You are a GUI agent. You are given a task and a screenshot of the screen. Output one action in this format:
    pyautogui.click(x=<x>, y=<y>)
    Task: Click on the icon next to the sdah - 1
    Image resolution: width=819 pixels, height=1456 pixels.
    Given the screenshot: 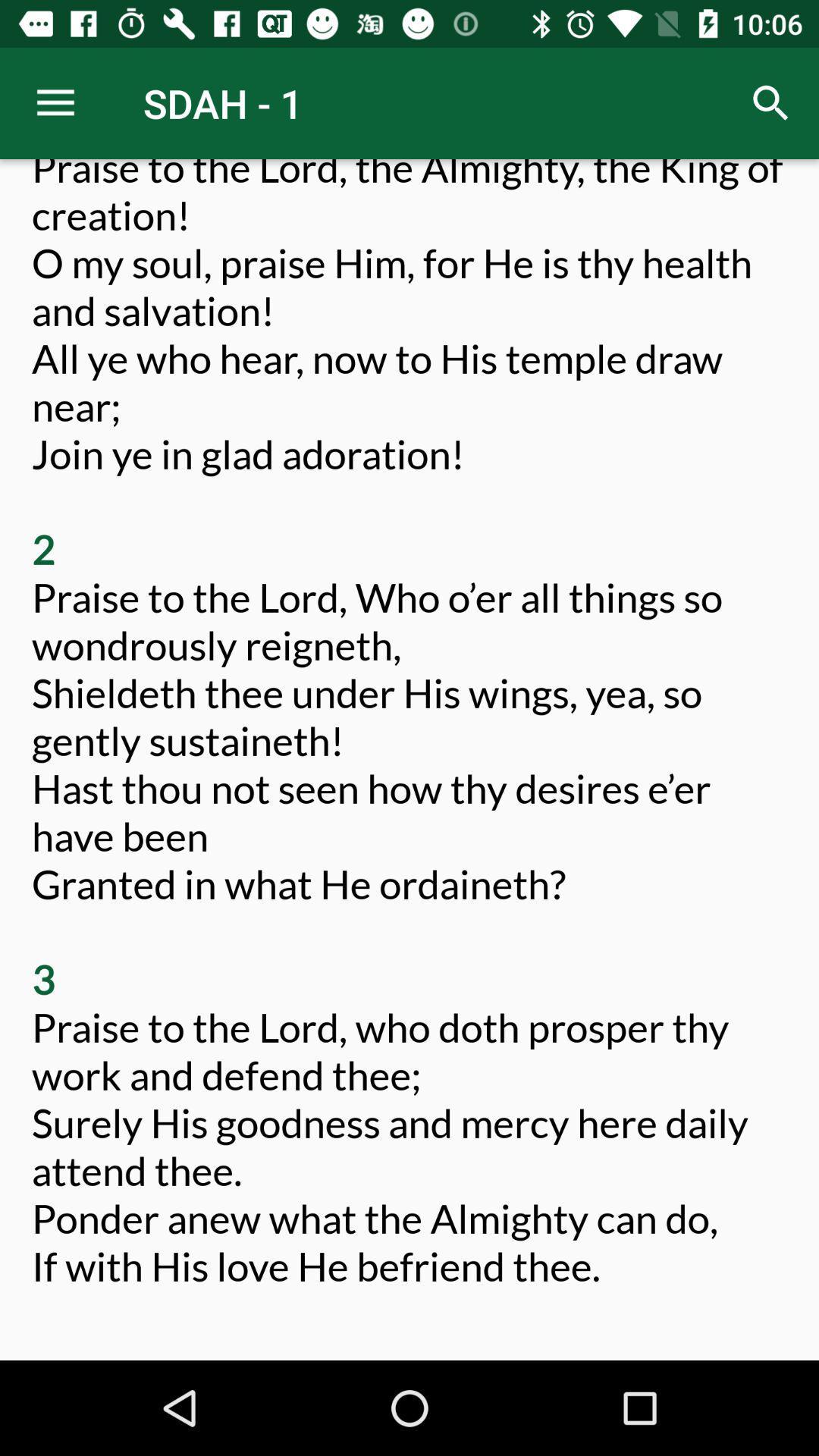 What is the action you would take?
    pyautogui.click(x=771, y=102)
    